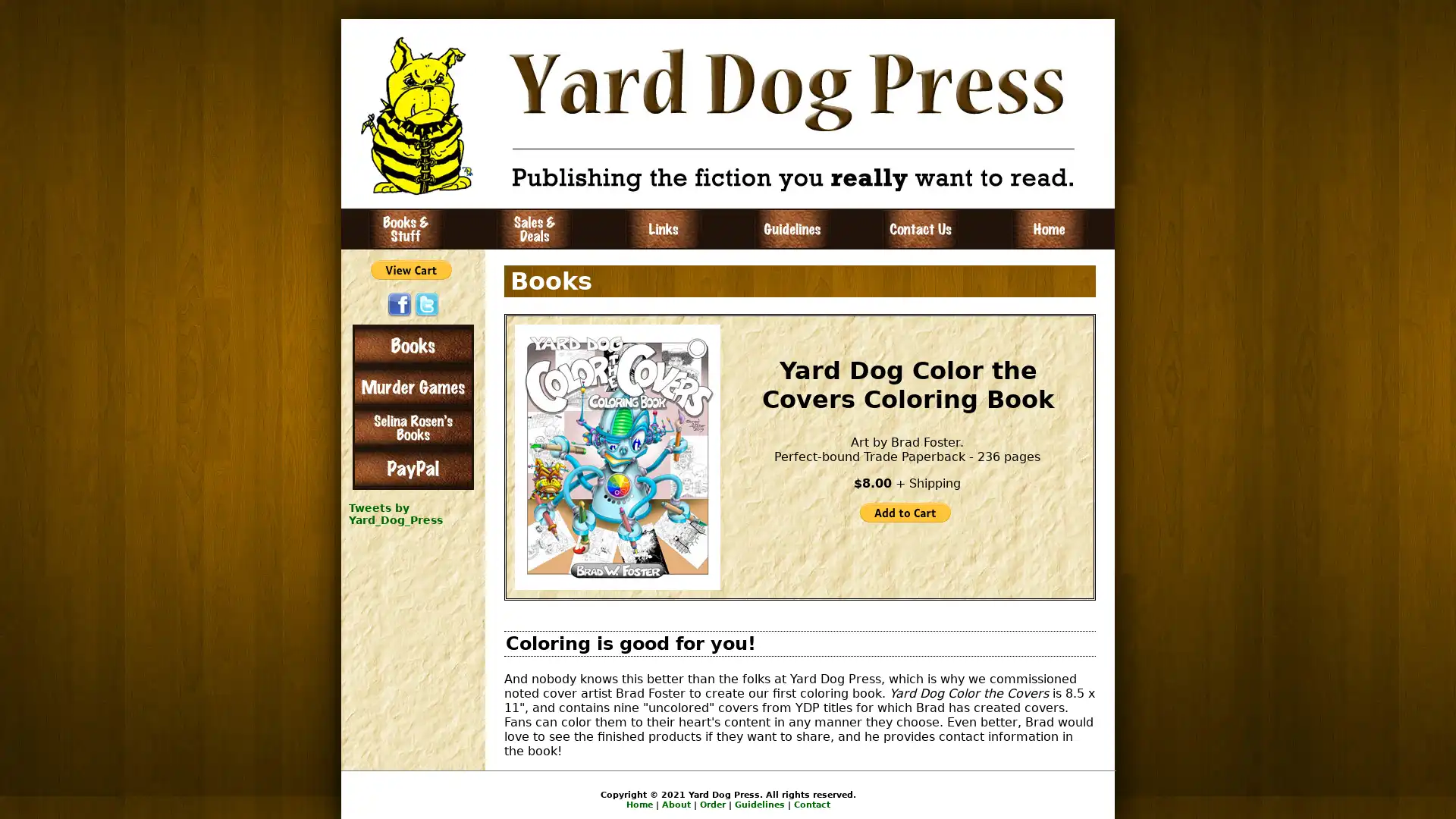 This screenshot has height=819, width=1456. I want to click on PayPal - The safer, easier way to pay online!, so click(905, 505).